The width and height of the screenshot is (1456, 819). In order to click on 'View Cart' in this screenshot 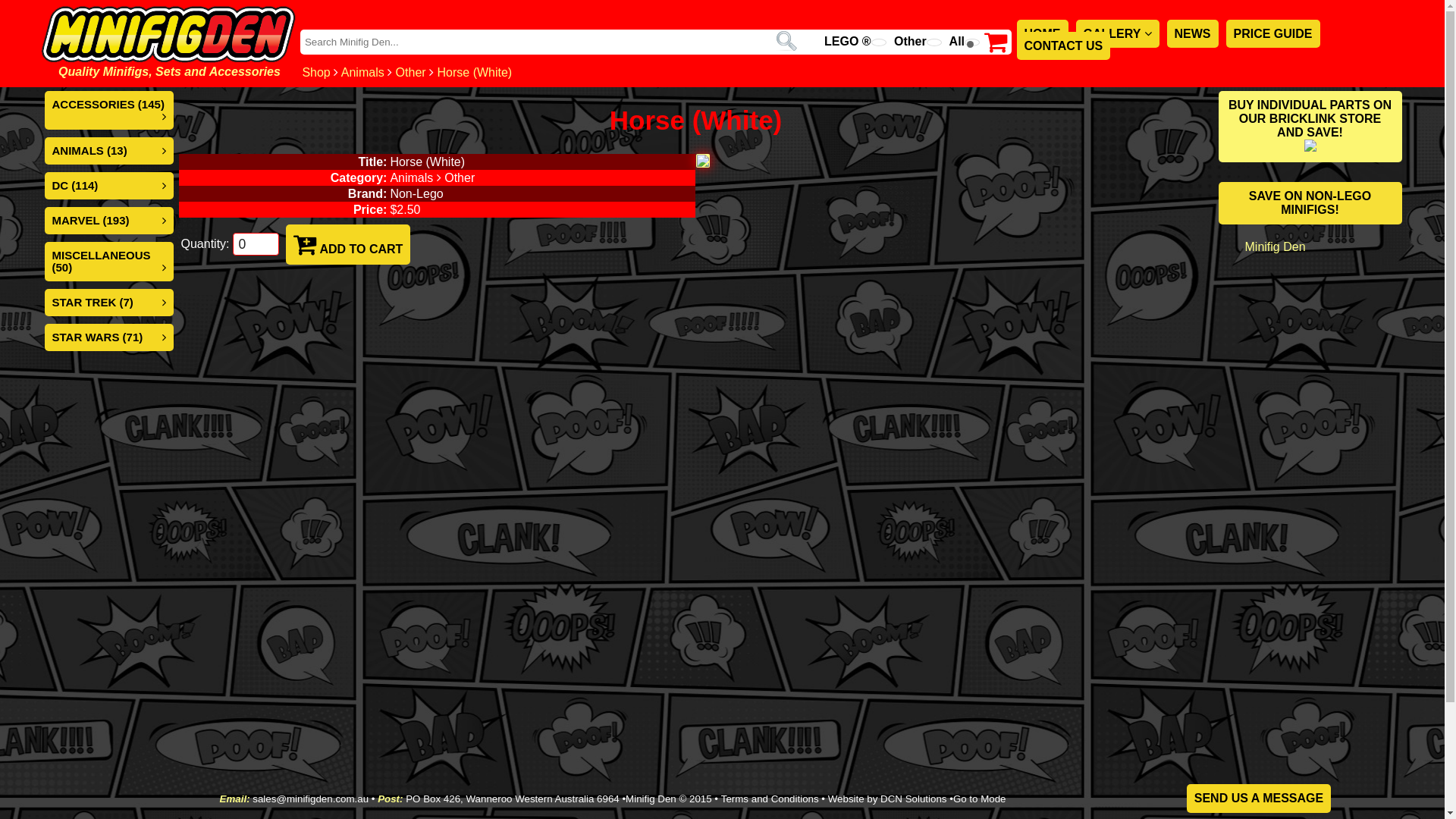, I will do `click(996, 41)`.